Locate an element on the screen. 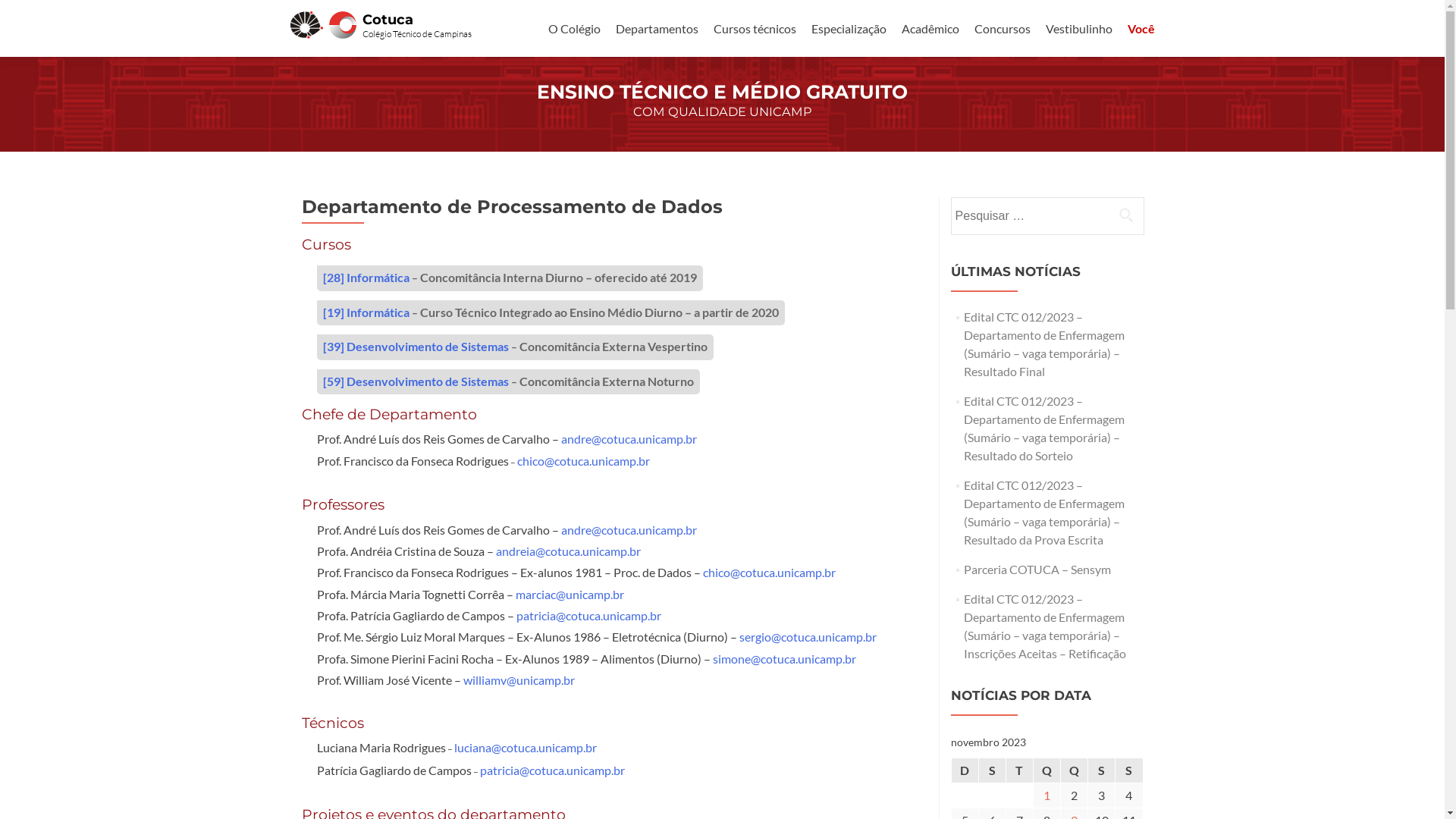 This screenshot has height=819, width=1456. 'williamv@unicamp.br' is located at coordinates (461, 679).